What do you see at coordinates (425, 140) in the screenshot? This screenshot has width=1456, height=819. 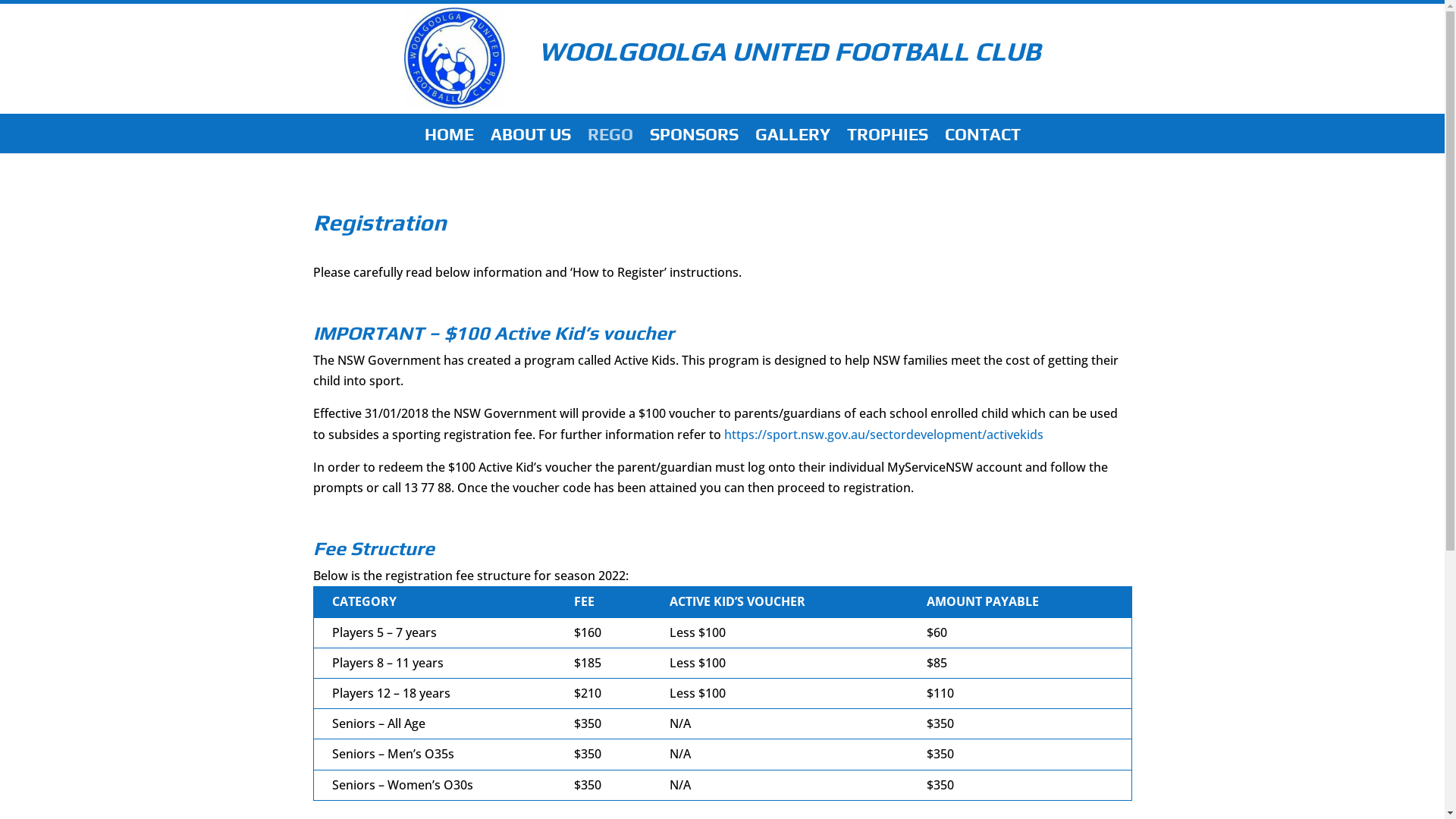 I see `'HOME'` at bounding box center [425, 140].